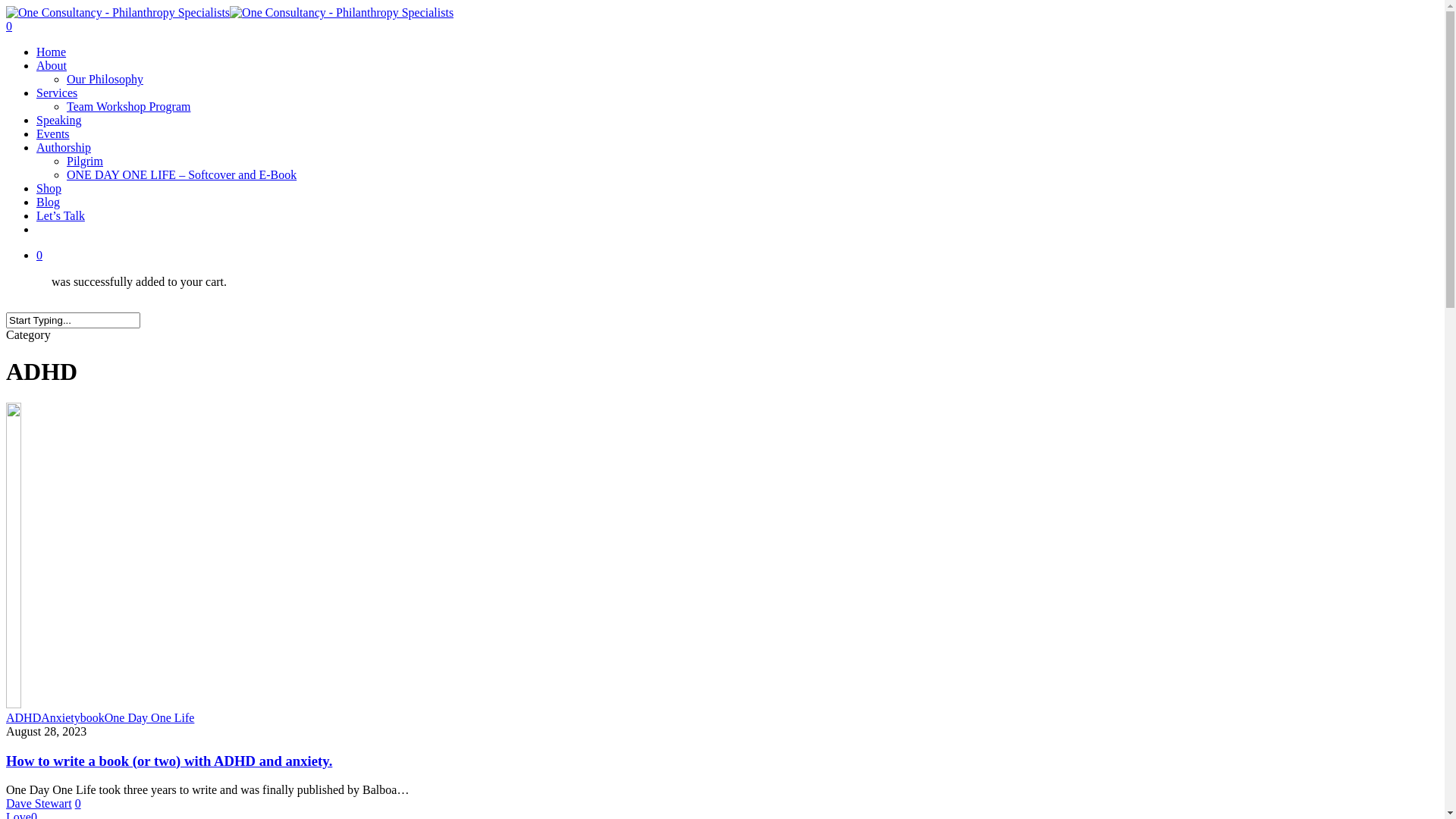 Image resolution: width=1456 pixels, height=819 pixels. I want to click on 'Events', so click(53, 133).